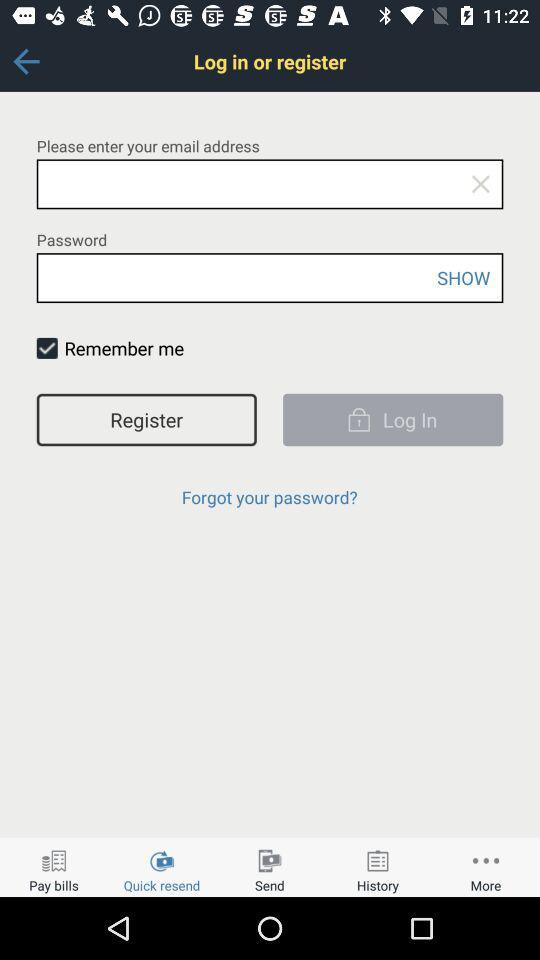 The height and width of the screenshot is (960, 540). Describe the element at coordinates (47, 348) in the screenshot. I see `switch remembering details` at that location.